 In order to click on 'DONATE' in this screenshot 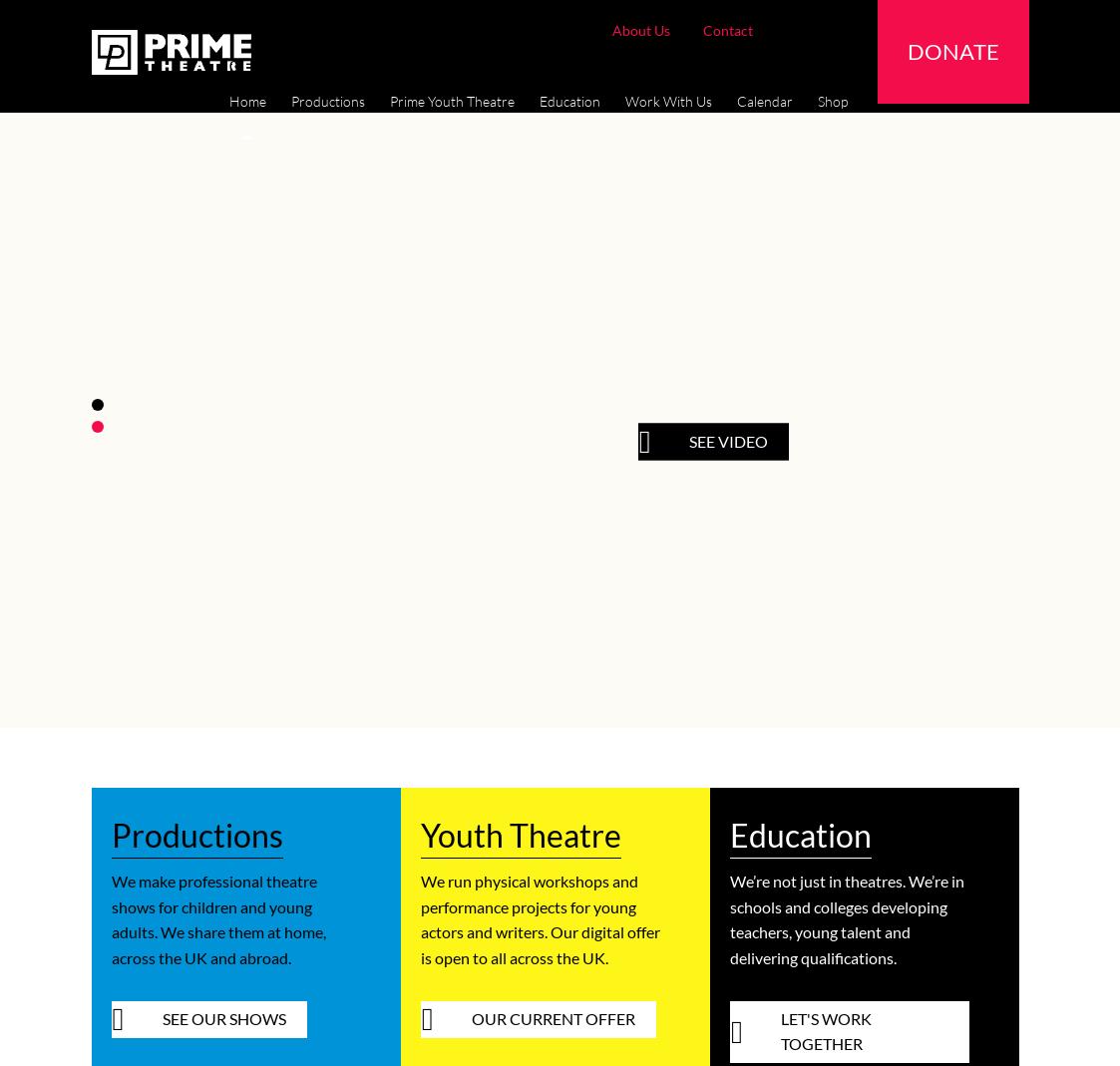, I will do `click(951, 50)`.